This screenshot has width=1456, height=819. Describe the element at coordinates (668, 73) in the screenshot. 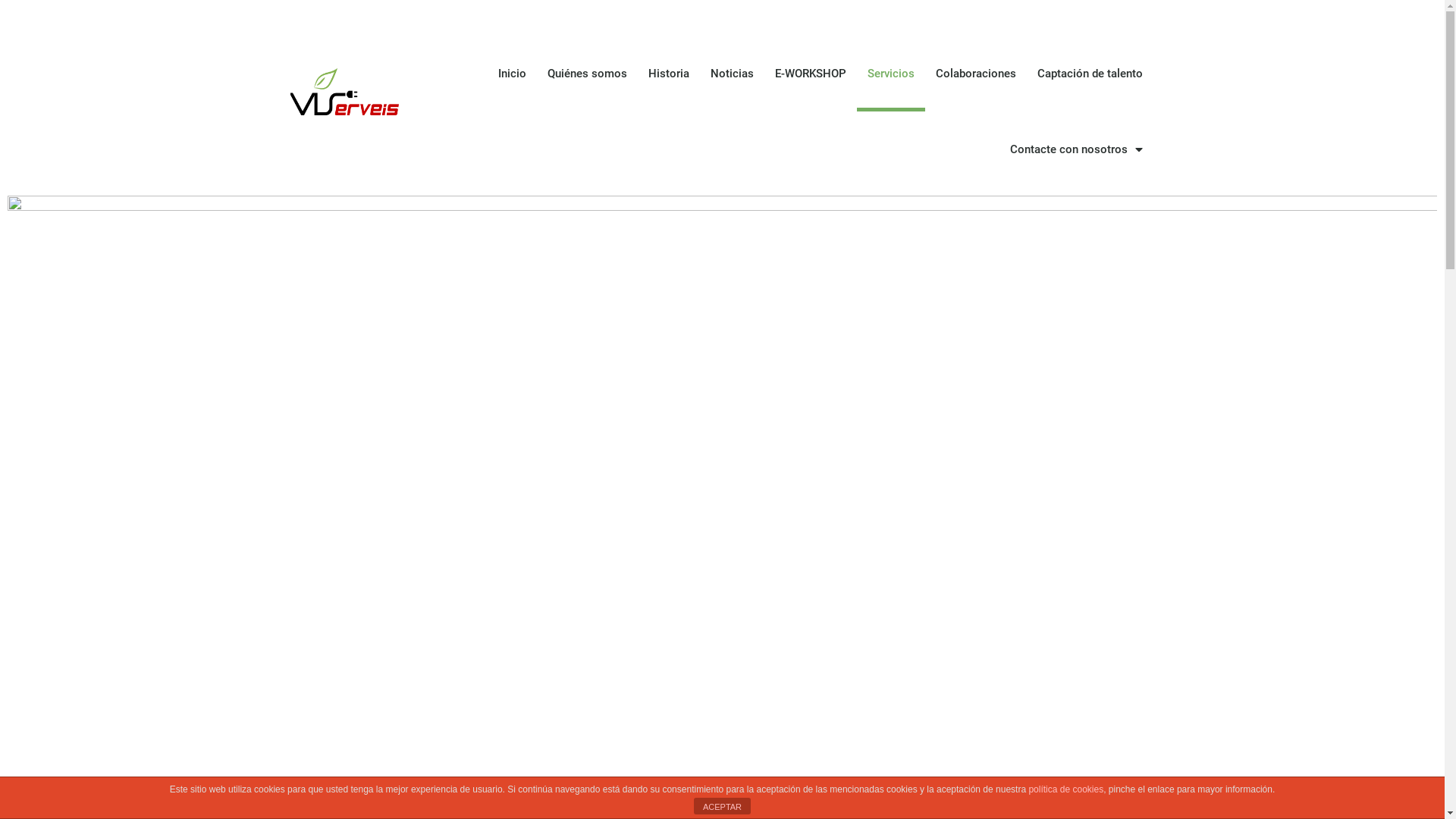

I see `'Historia'` at that location.